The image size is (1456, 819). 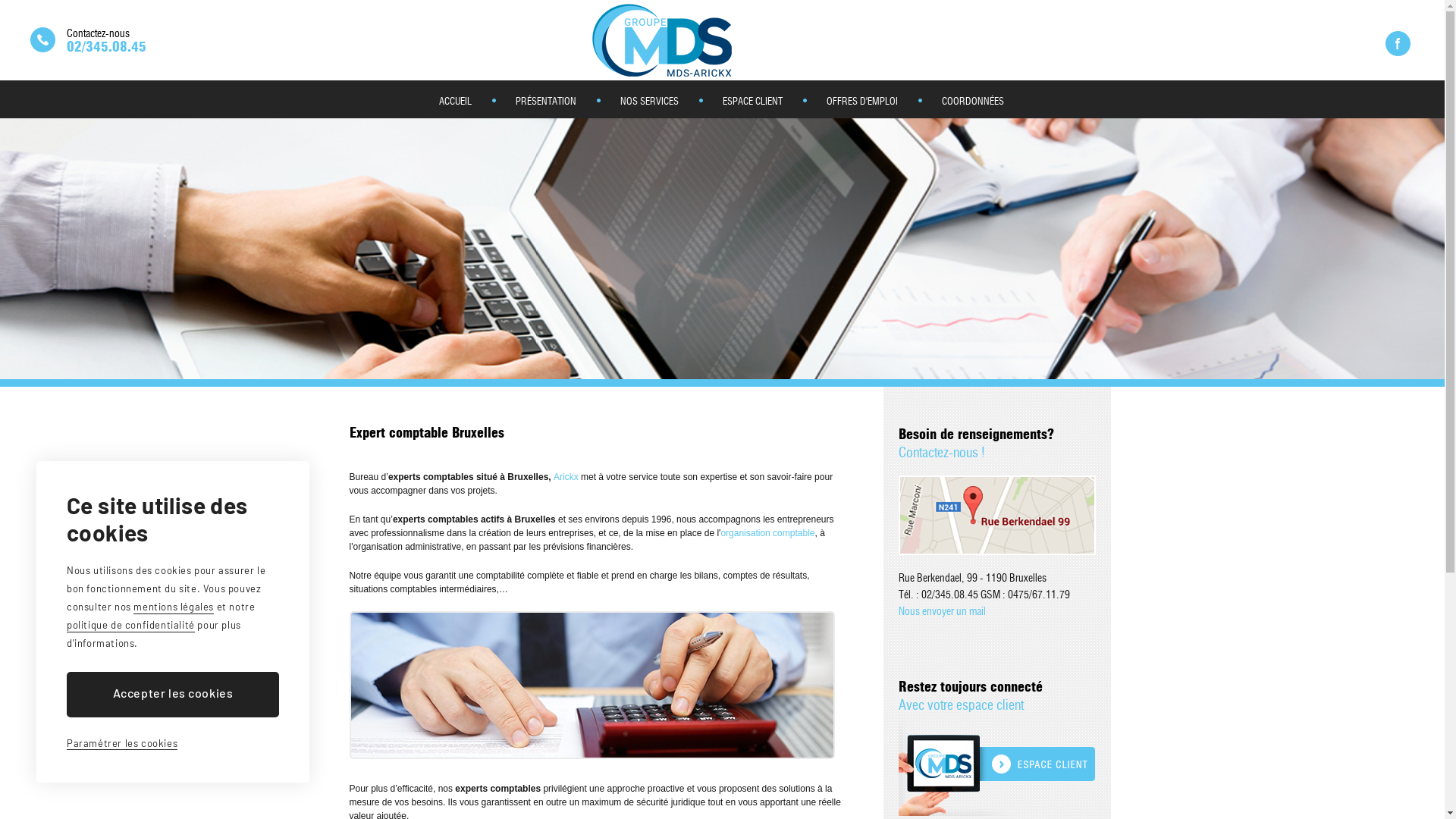 What do you see at coordinates (859, 99) in the screenshot?
I see `'OFFRES D'EMPLOI'` at bounding box center [859, 99].